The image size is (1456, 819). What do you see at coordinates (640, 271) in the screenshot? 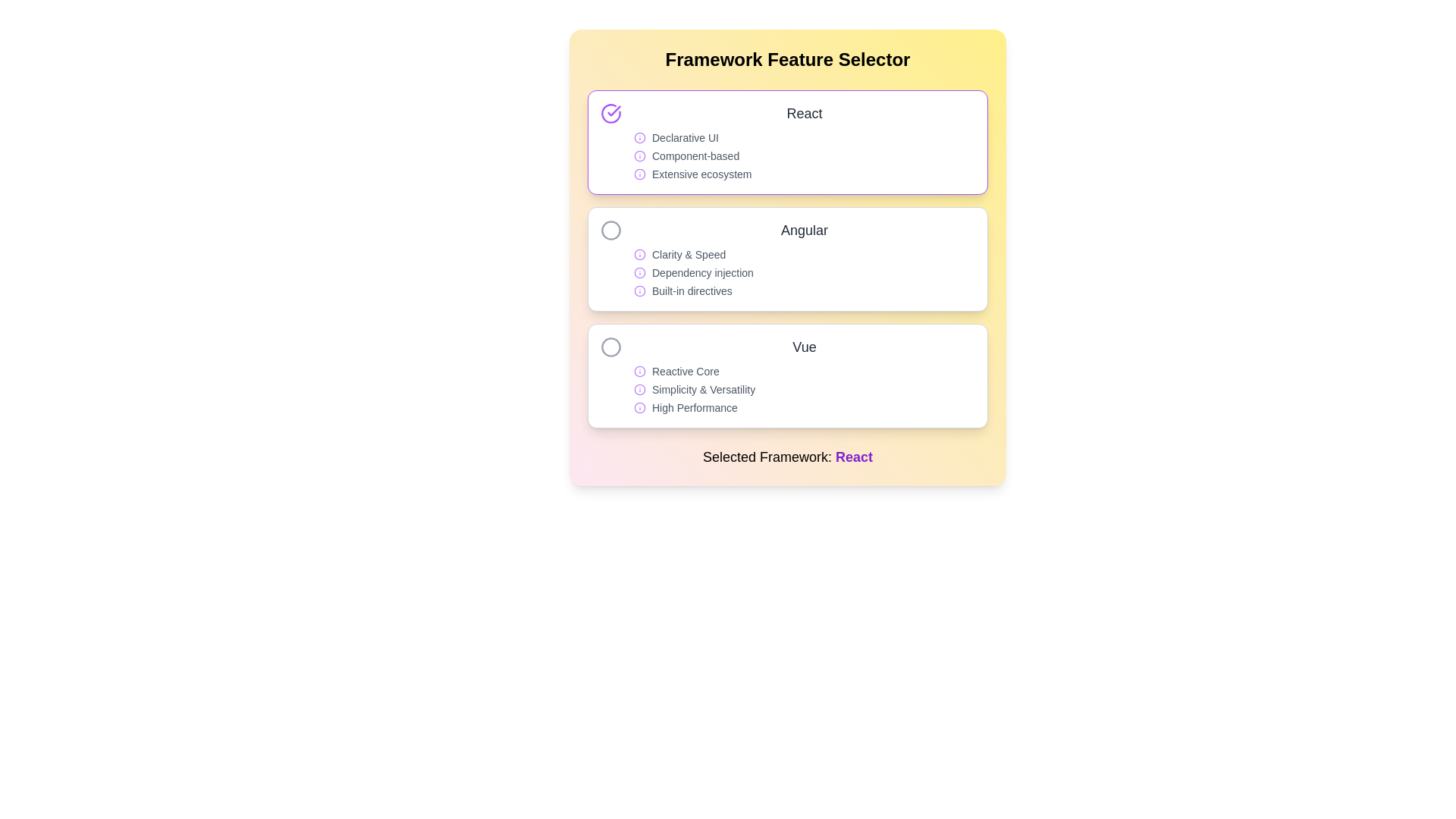
I see `the purple circular icon located to the left of the text 'Dependency injection' in the Angular feature section of the Framework Feature Selector interface` at bounding box center [640, 271].